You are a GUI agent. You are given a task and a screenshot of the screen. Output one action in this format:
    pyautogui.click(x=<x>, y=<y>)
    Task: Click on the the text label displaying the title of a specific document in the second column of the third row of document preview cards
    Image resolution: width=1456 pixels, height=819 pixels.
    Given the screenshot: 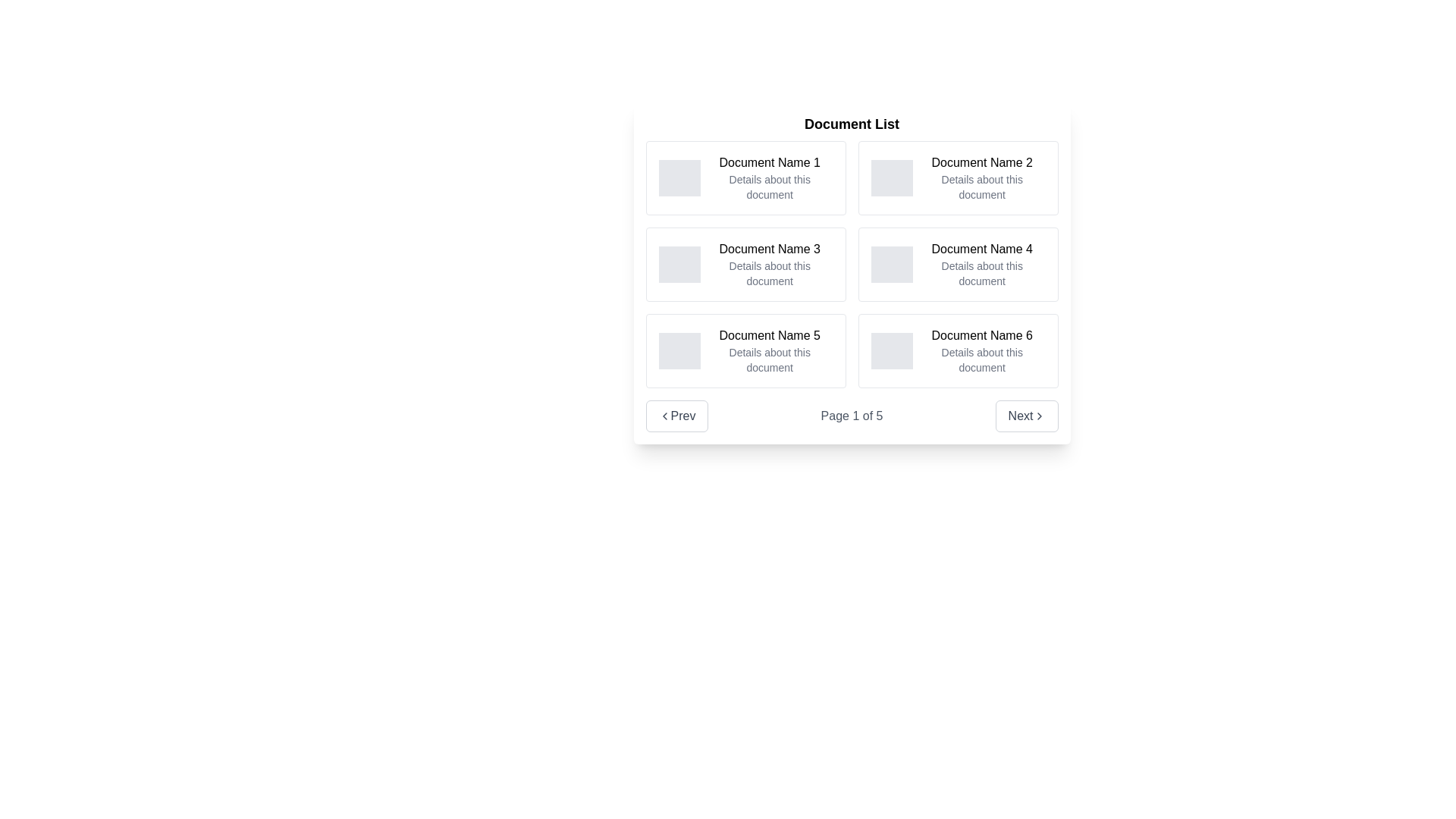 What is the action you would take?
    pyautogui.click(x=982, y=335)
    